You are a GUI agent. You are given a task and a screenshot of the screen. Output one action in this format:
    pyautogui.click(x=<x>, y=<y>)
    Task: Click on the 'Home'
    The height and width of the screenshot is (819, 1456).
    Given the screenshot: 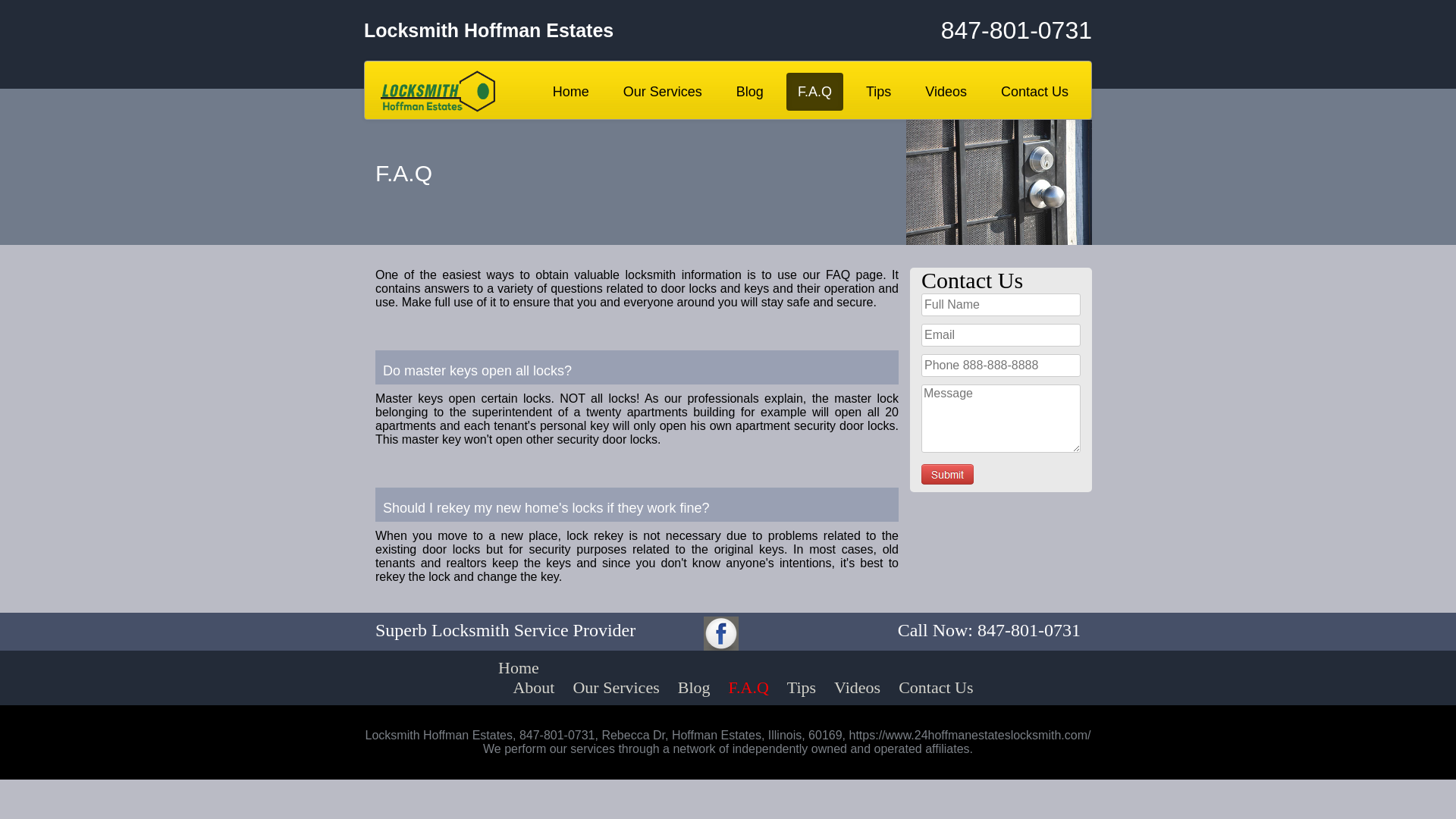 What is the action you would take?
    pyautogui.click(x=472, y=667)
    